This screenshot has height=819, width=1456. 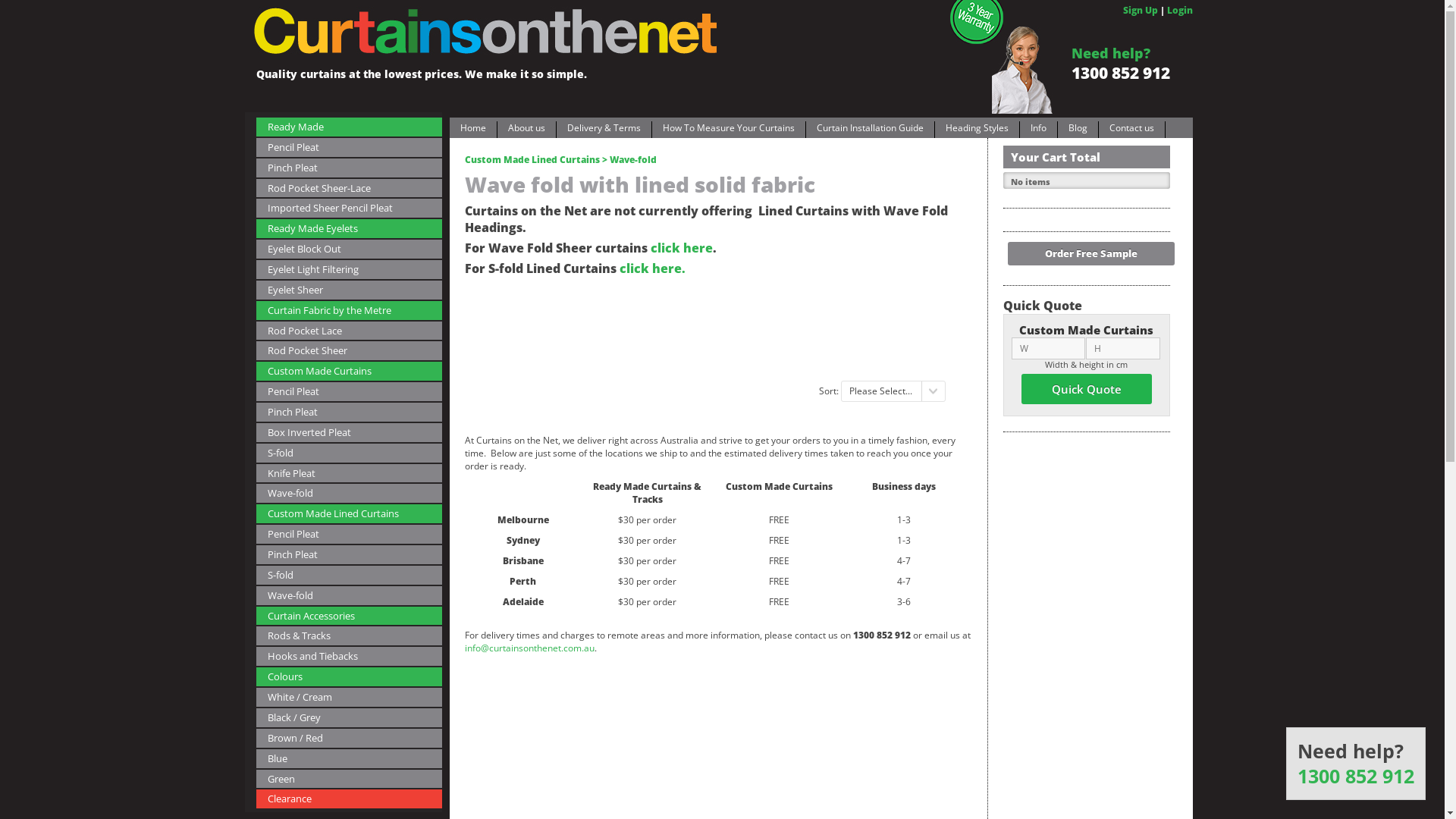 I want to click on 'How To Measure Your Curtains', so click(x=728, y=128).